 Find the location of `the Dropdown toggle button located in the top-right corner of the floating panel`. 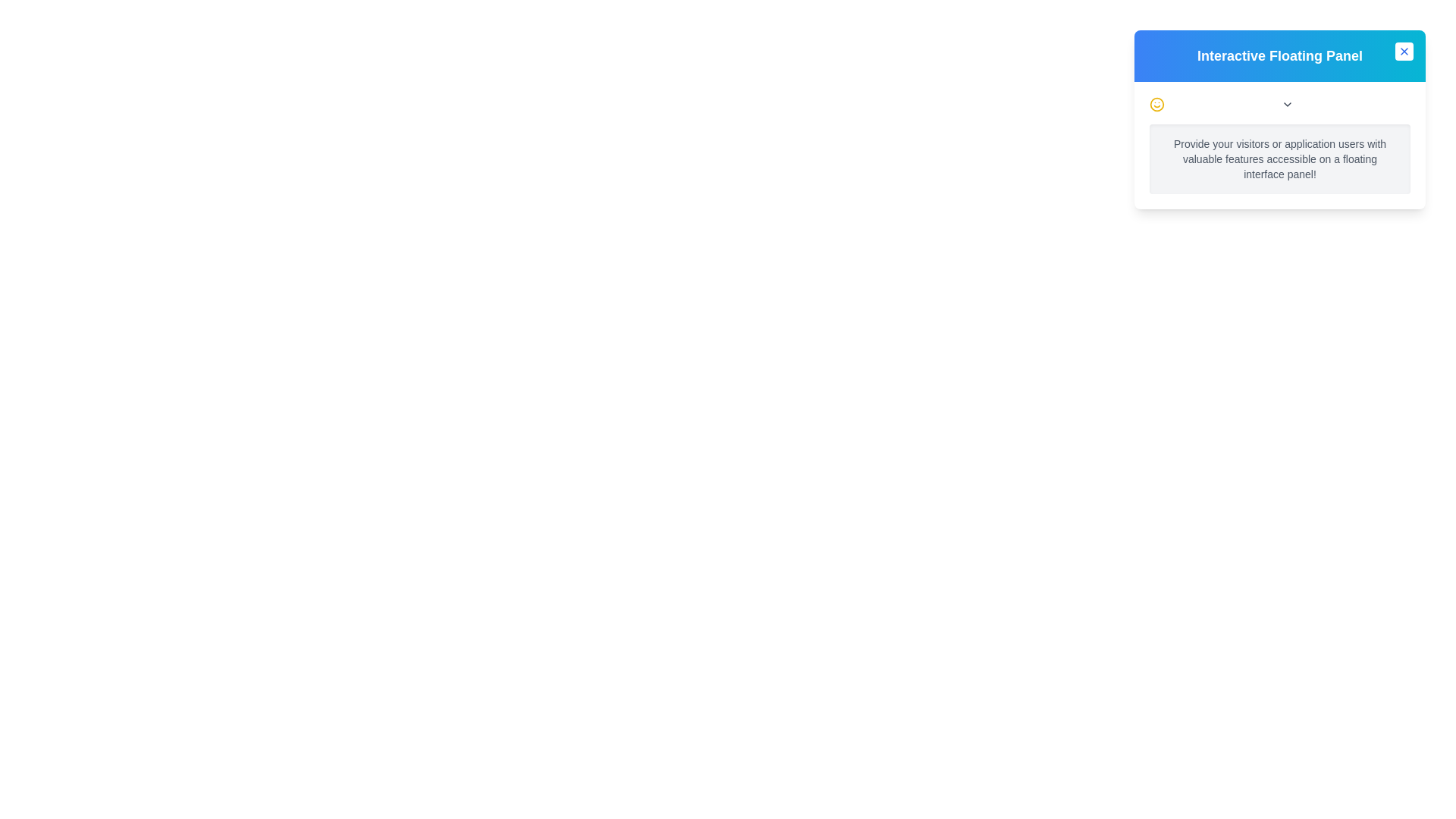

the Dropdown toggle button located in the top-right corner of the floating panel is located at coordinates (1287, 104).